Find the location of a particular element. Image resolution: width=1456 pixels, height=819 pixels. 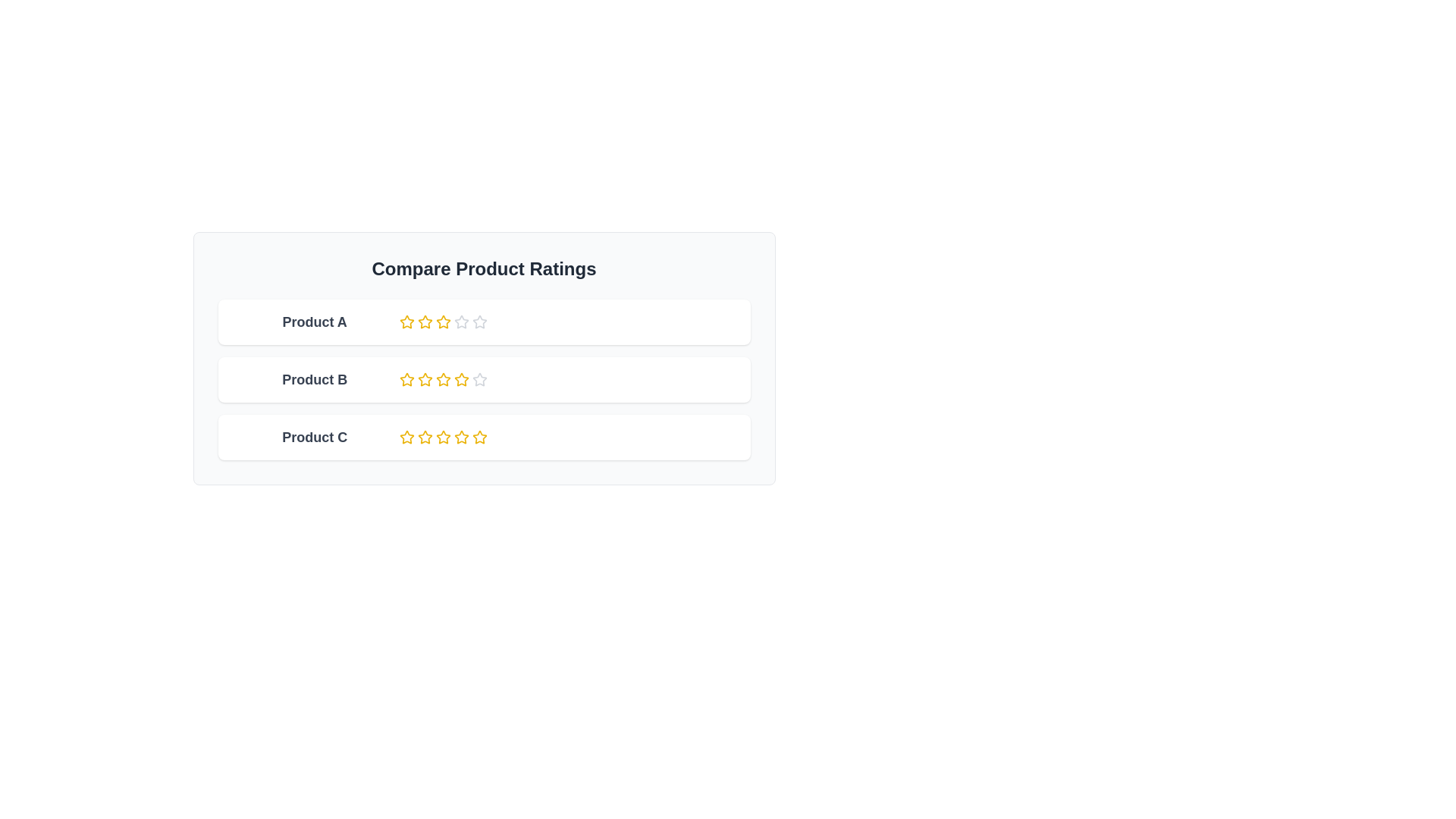

the selected star-shaped rating icon for 'Product B' is located at coordinates (442, 378).